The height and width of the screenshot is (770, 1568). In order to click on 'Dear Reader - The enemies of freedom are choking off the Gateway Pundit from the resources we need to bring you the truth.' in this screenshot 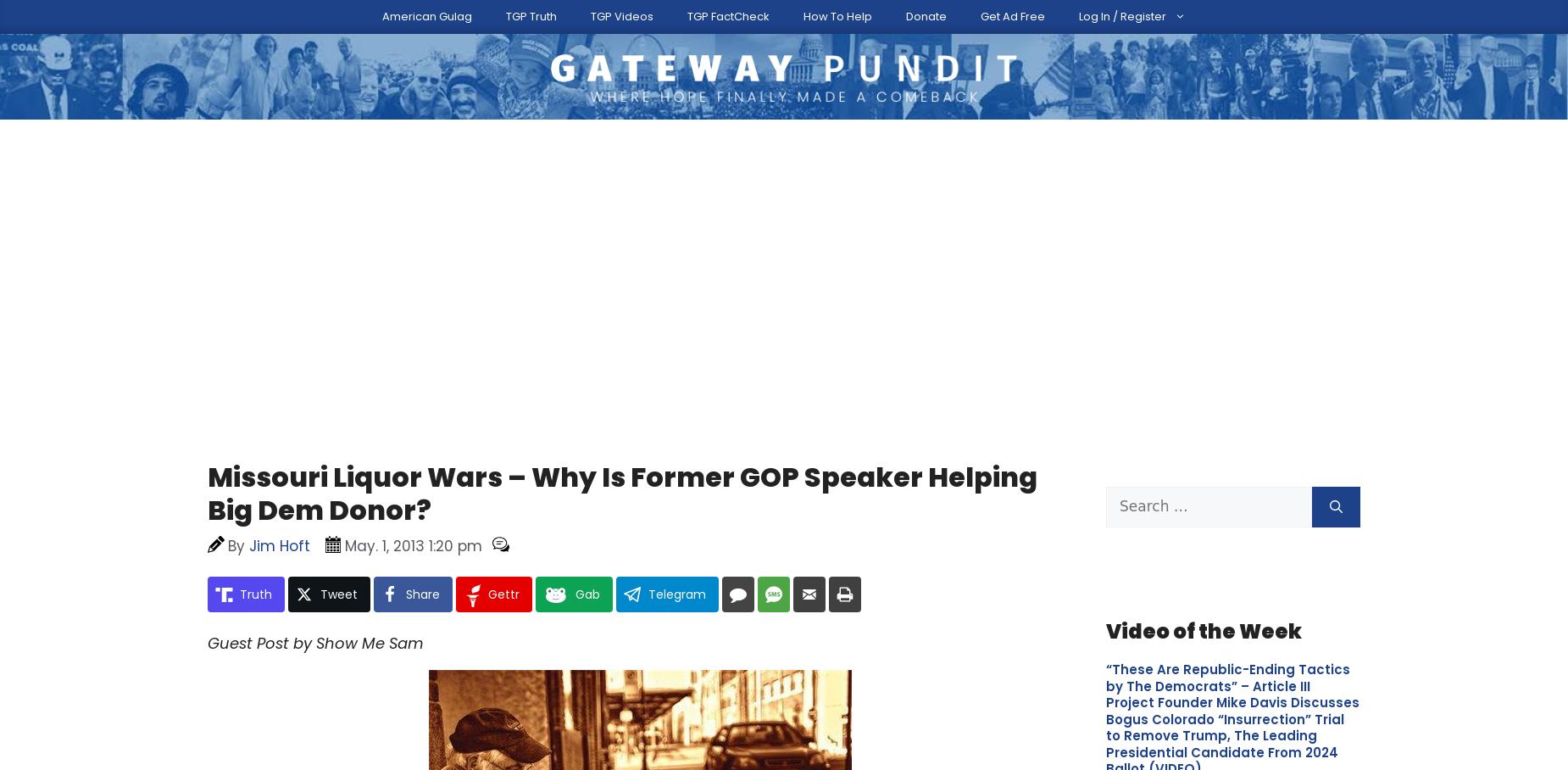, I will do `click(686, 513)`.